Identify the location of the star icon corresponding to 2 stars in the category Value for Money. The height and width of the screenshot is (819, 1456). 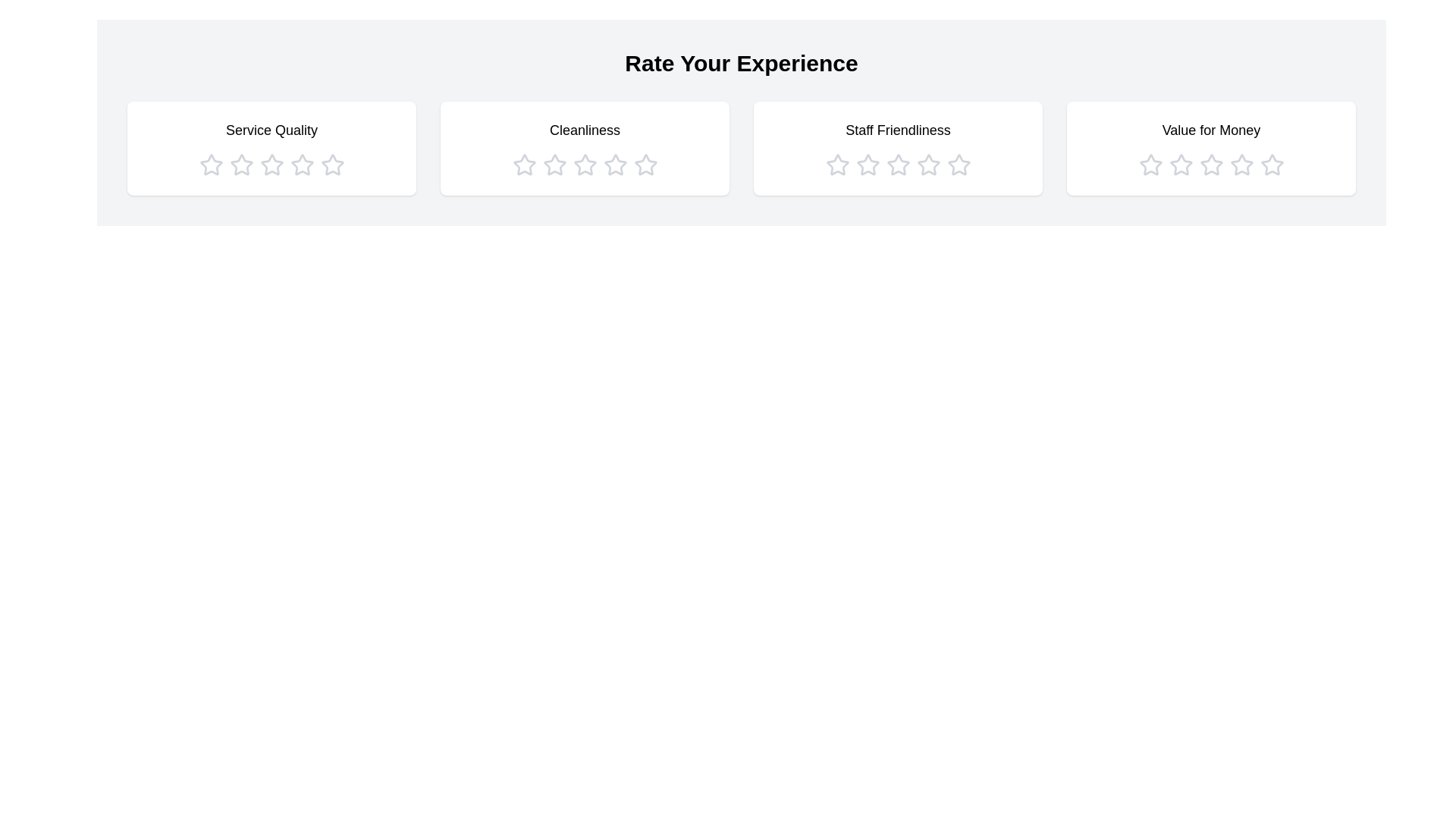
(1180, 165).